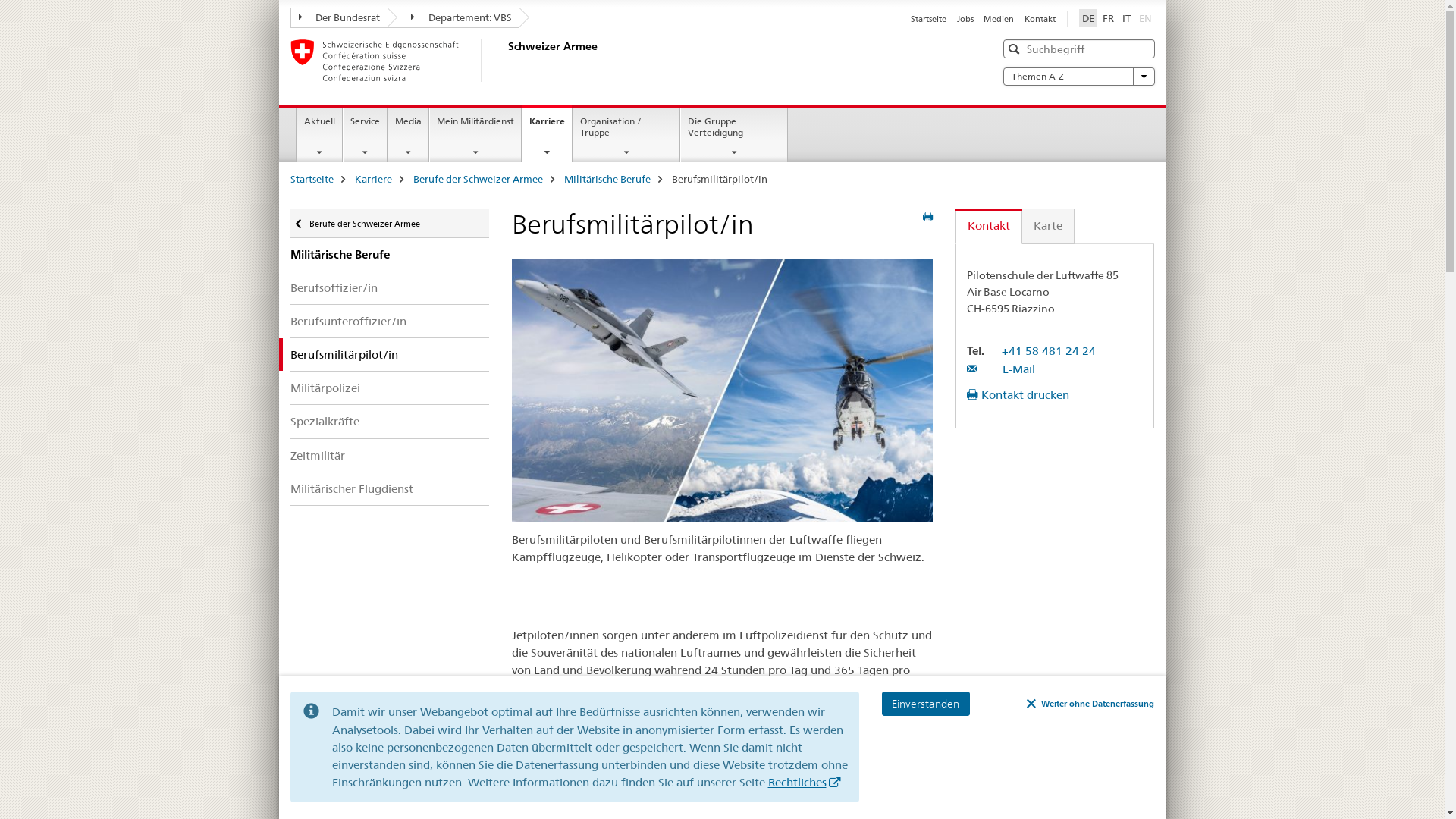  What do you see at coordinates (337, 17) in the screenshot?
I see `'Der Bundesrat'` at bounding box center [337, 17].